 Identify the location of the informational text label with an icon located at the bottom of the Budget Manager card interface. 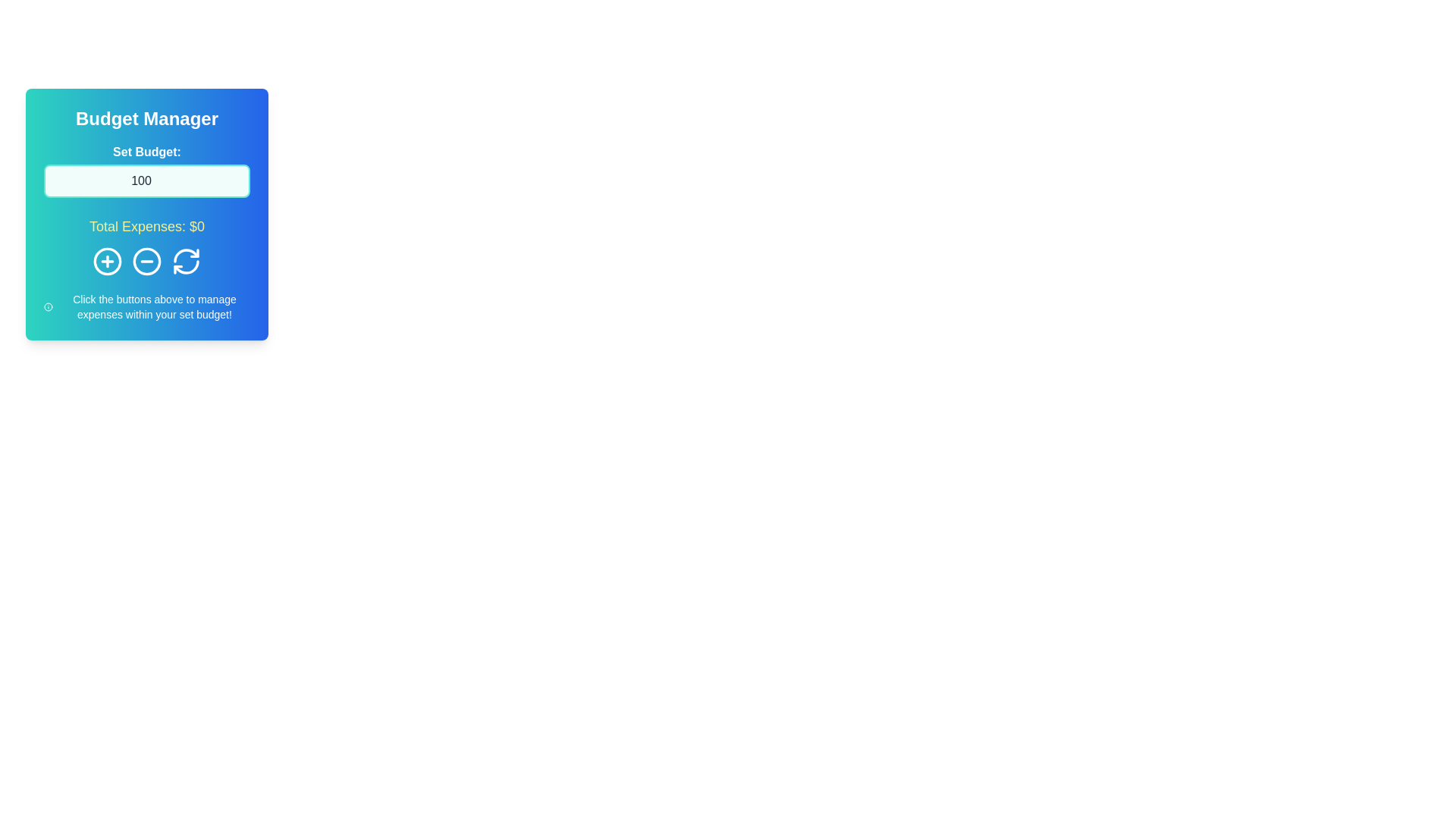
(146, 307).